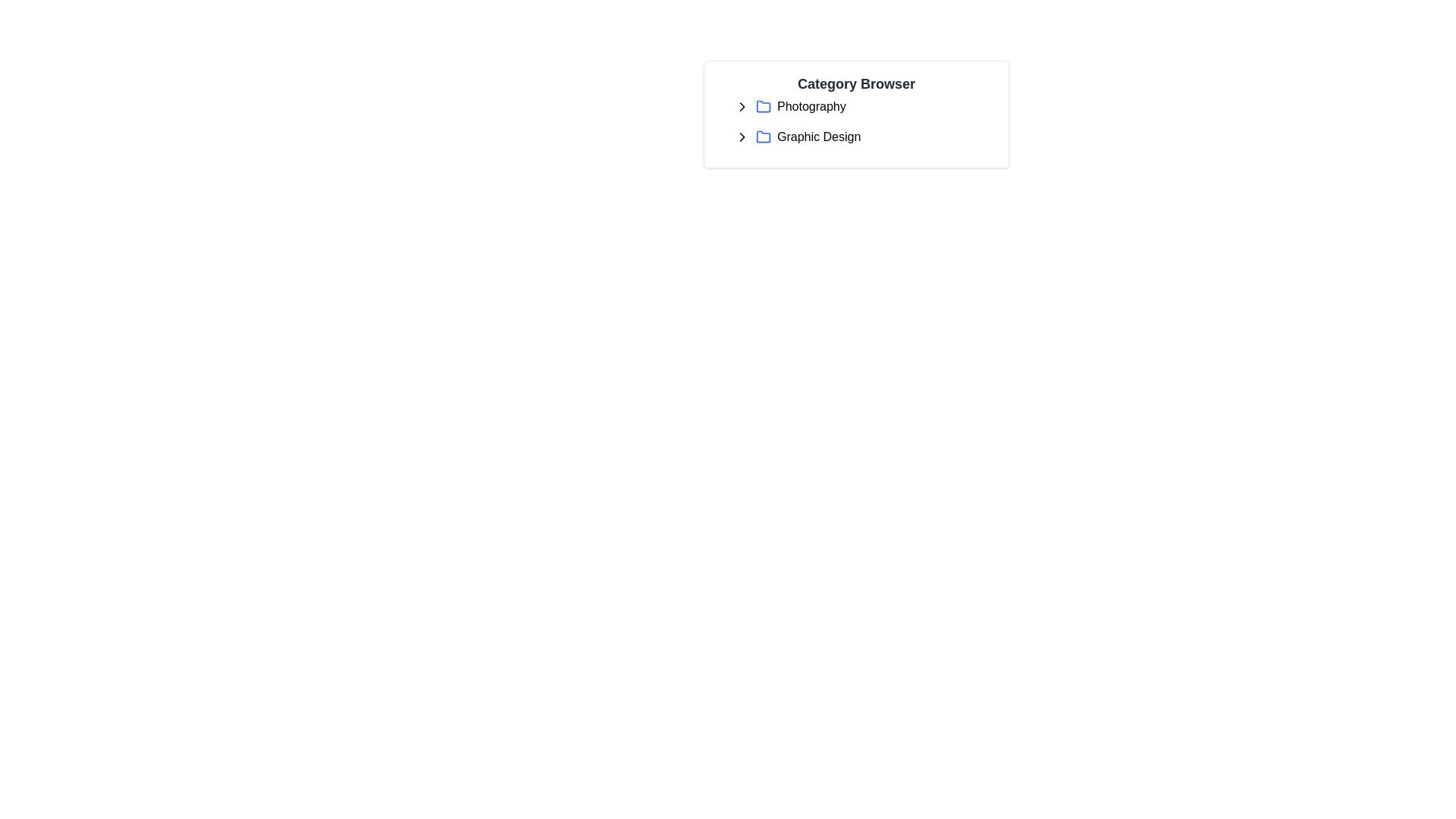  Describe the element at coordinates (745, 137) in the screenshot. I see `the chevron icon indicating that 'Graphic Design' is expandable` at that location.